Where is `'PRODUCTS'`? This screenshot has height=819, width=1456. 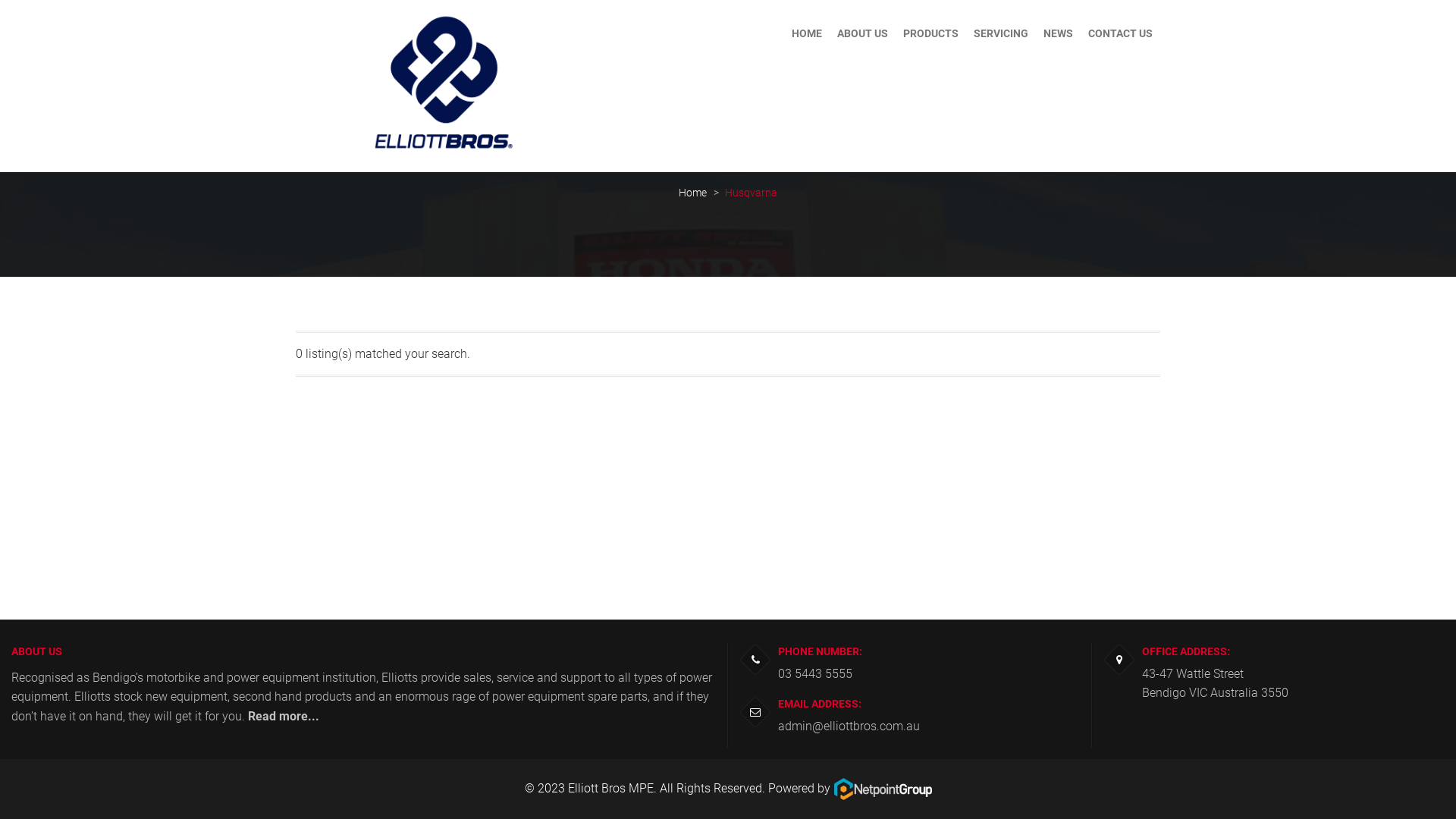 'PRODUCTS' is located at coordinates (930, 33).